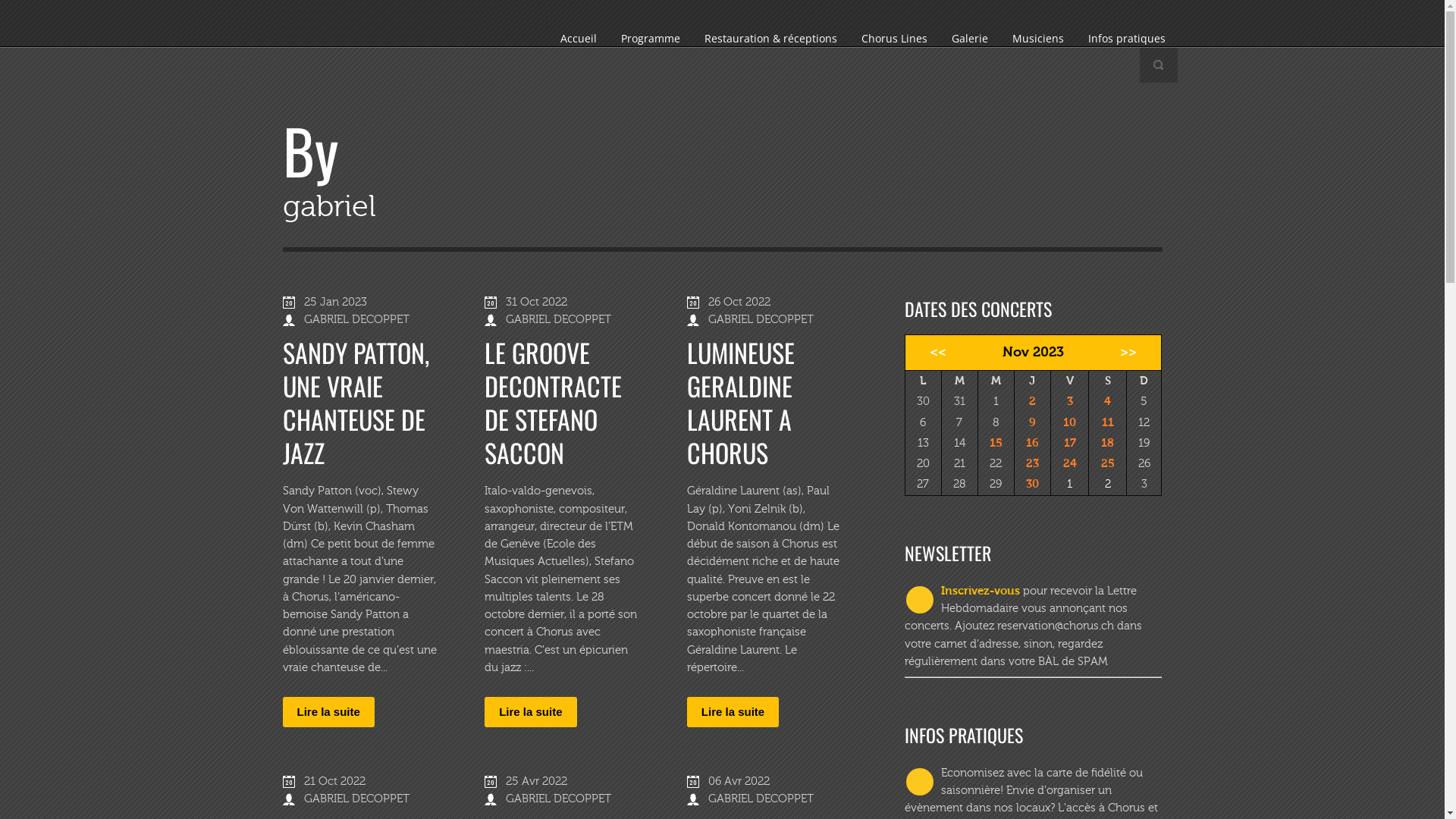  What do you see at coordinates (848, 37) in the screenshot?
I see `'Chorus Lines'` at bounding box center [848, 37].